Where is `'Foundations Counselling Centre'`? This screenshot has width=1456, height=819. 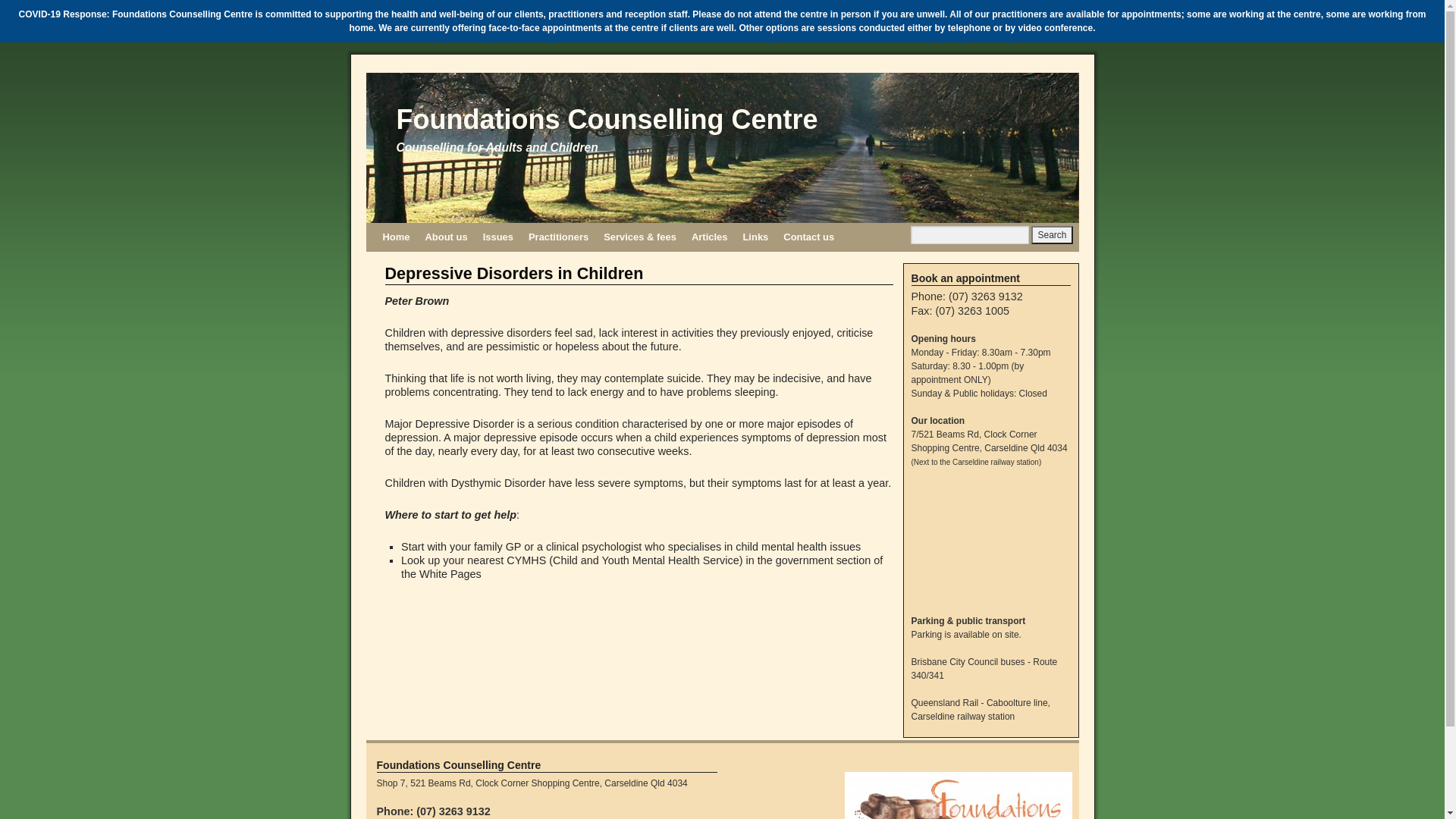
'Foundations Counselling Centre' is located at coordinates (607, 118).